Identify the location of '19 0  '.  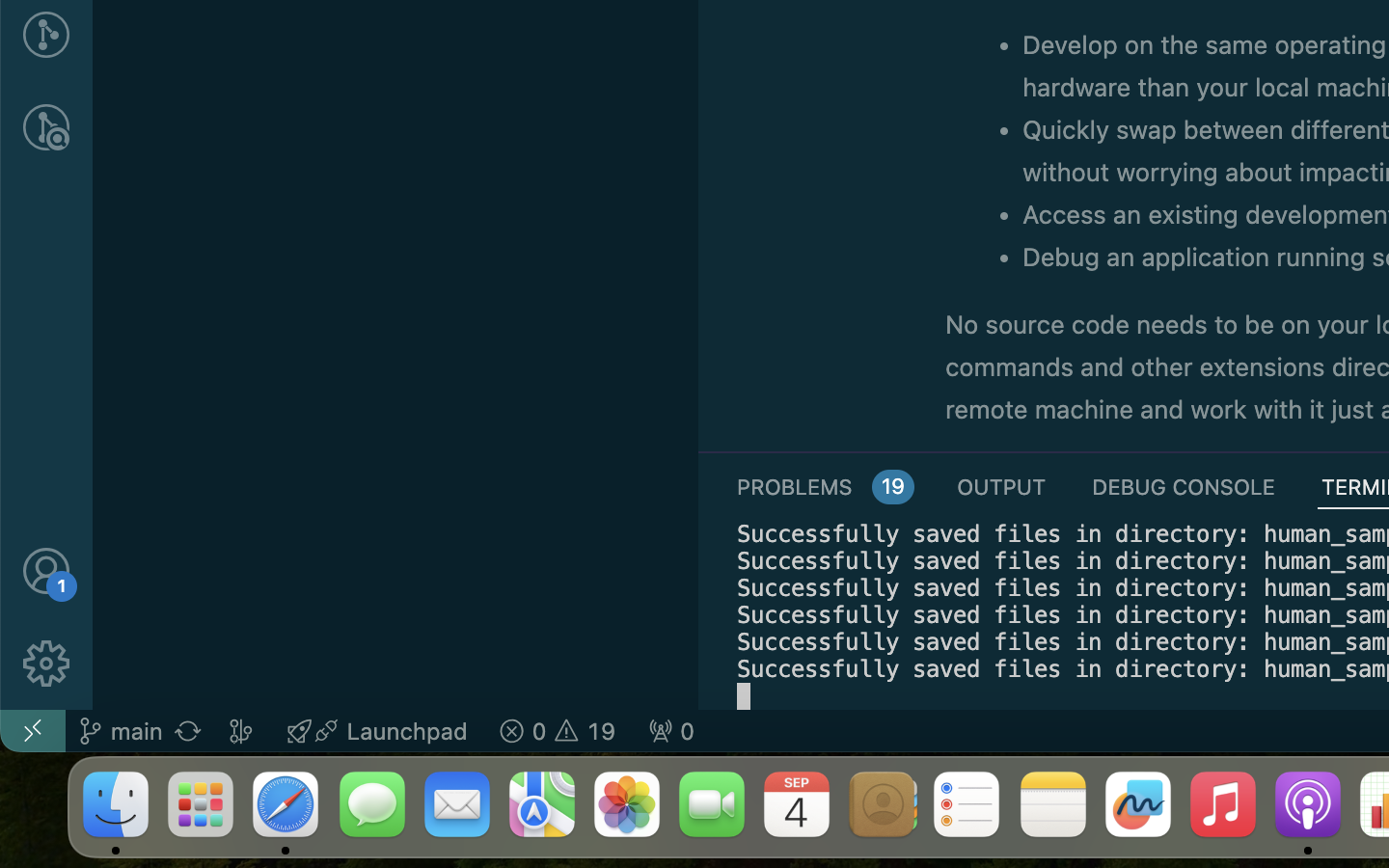
(558, 729).